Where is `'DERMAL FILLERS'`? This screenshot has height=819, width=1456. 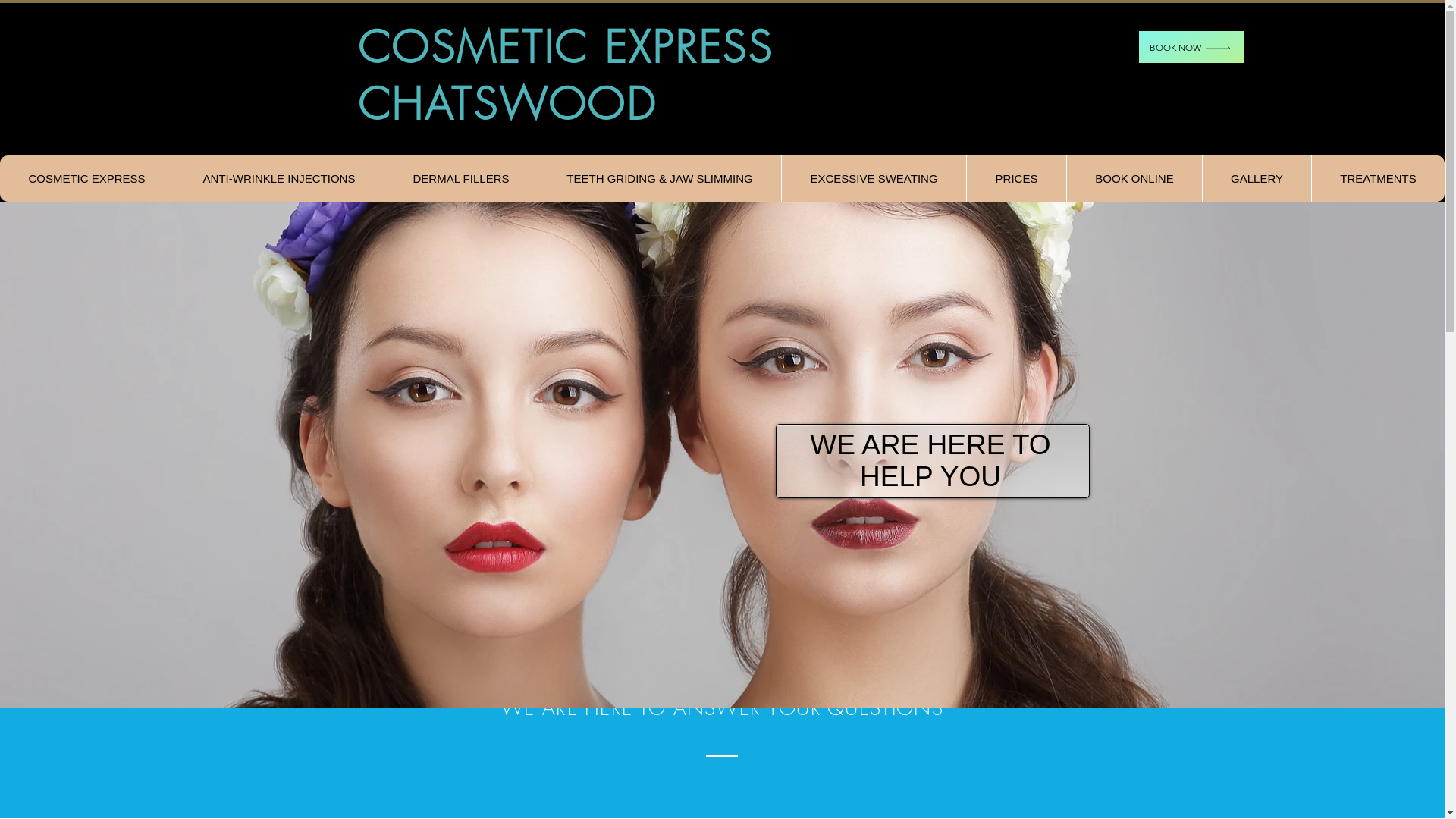 'DERMAL FILLERS' is located at coordinates (460, 177).